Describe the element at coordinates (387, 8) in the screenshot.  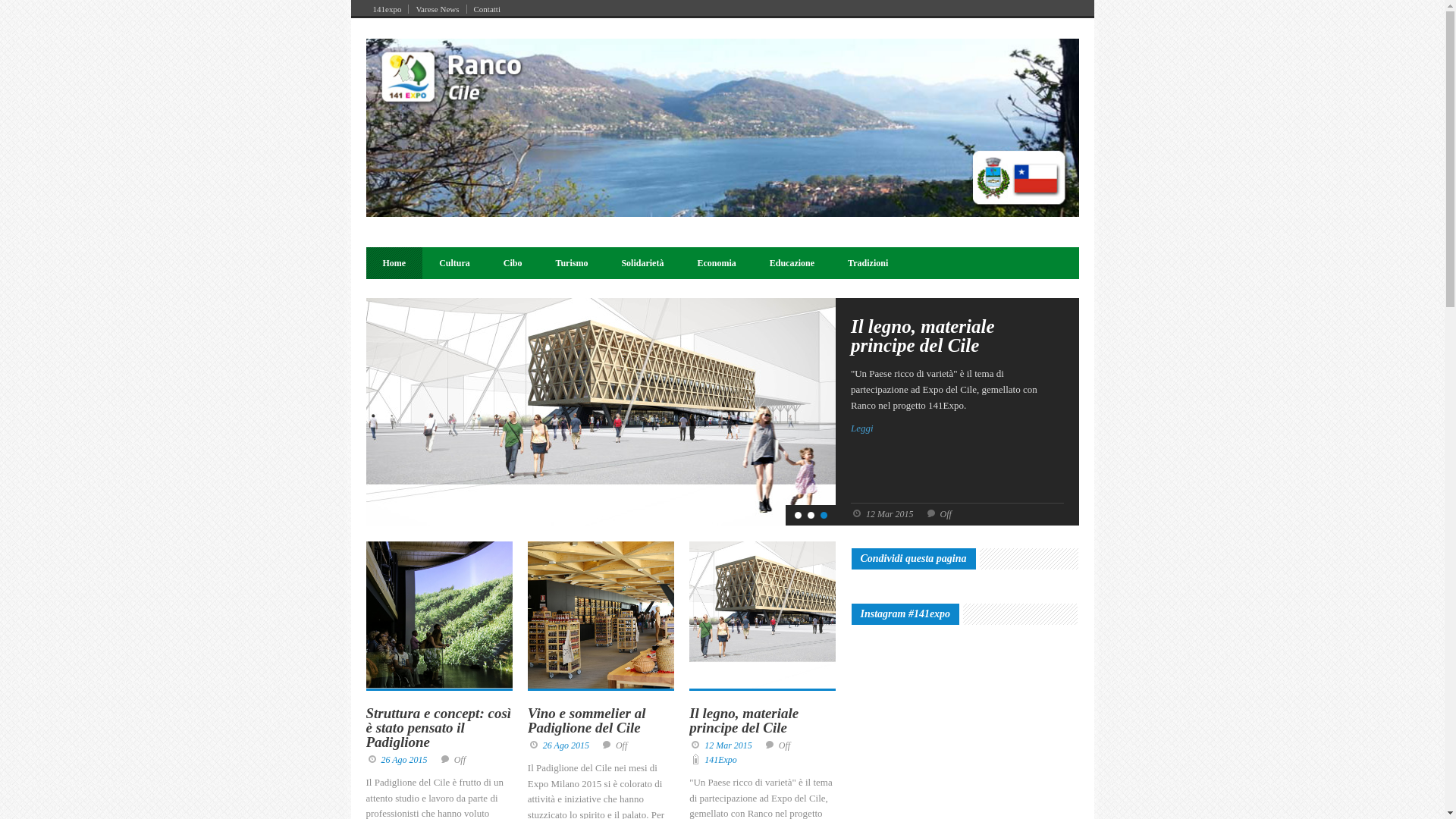
I see `'141expo'` at that location.